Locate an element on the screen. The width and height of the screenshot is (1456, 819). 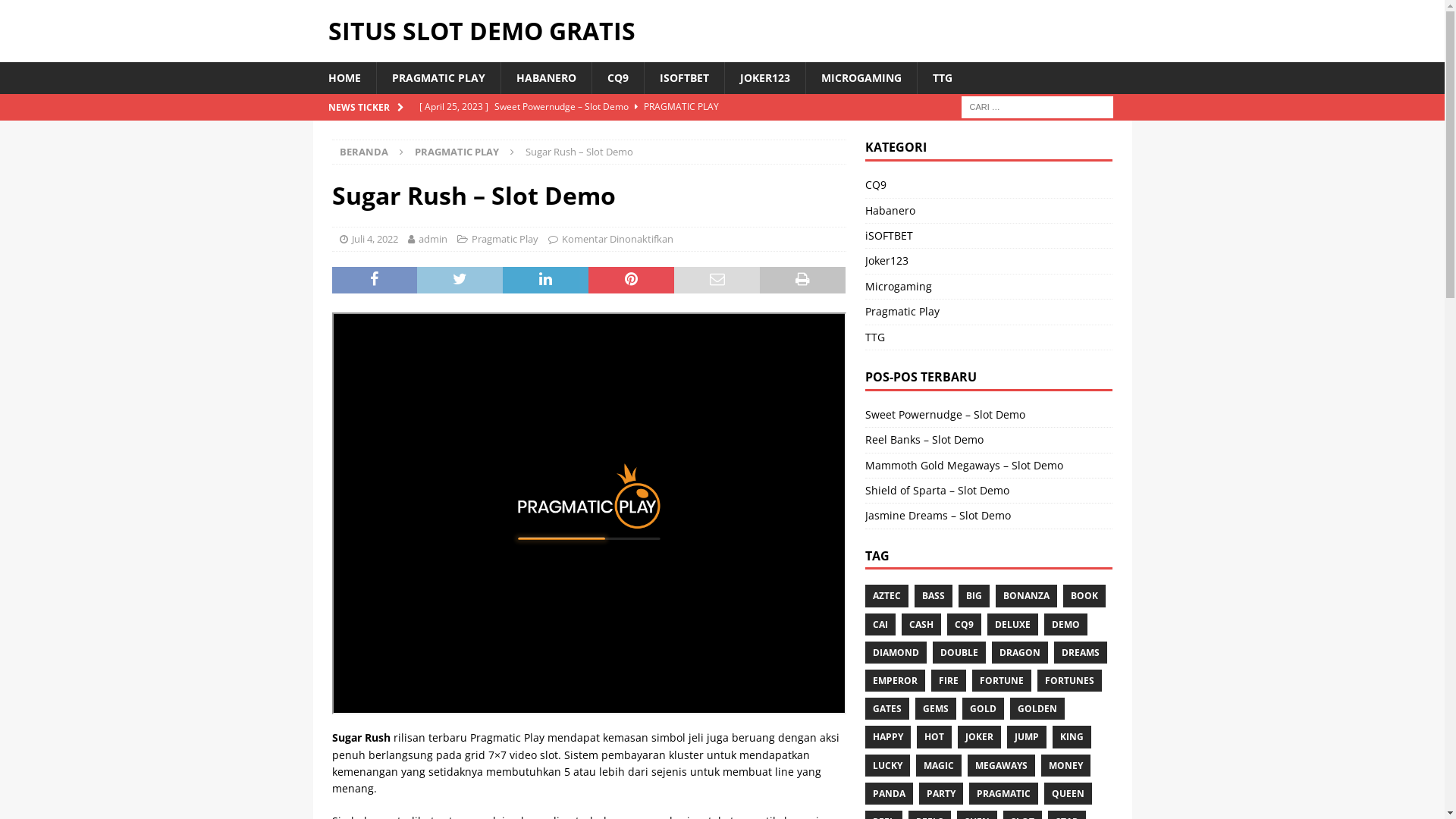
'DRAGON' is located at coordinates (1019, 651).